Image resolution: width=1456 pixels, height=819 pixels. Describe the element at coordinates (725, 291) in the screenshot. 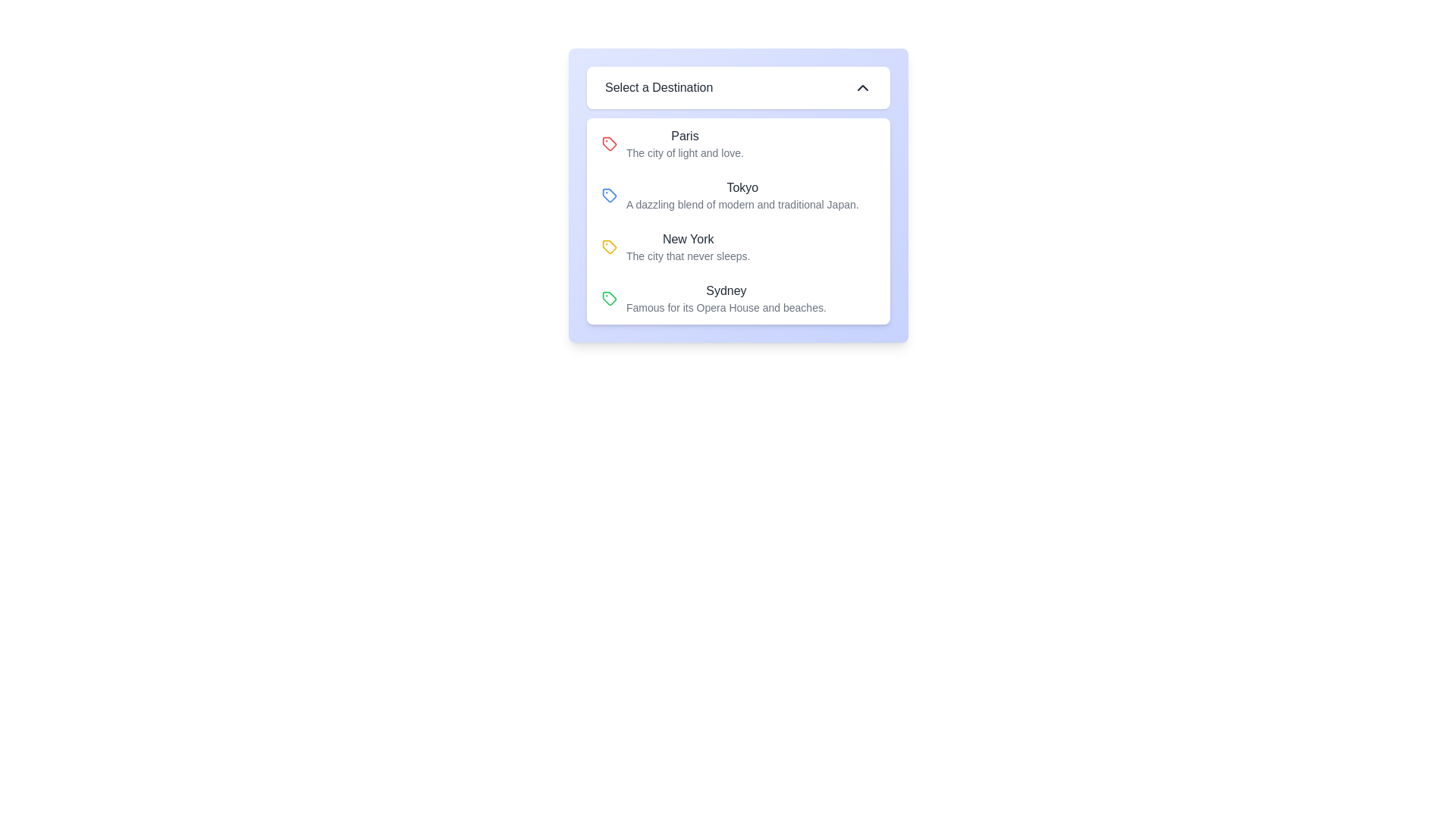

I see `the static text label displaying 'Sydney' which is the fourth entry in a list of destination options` at that location.